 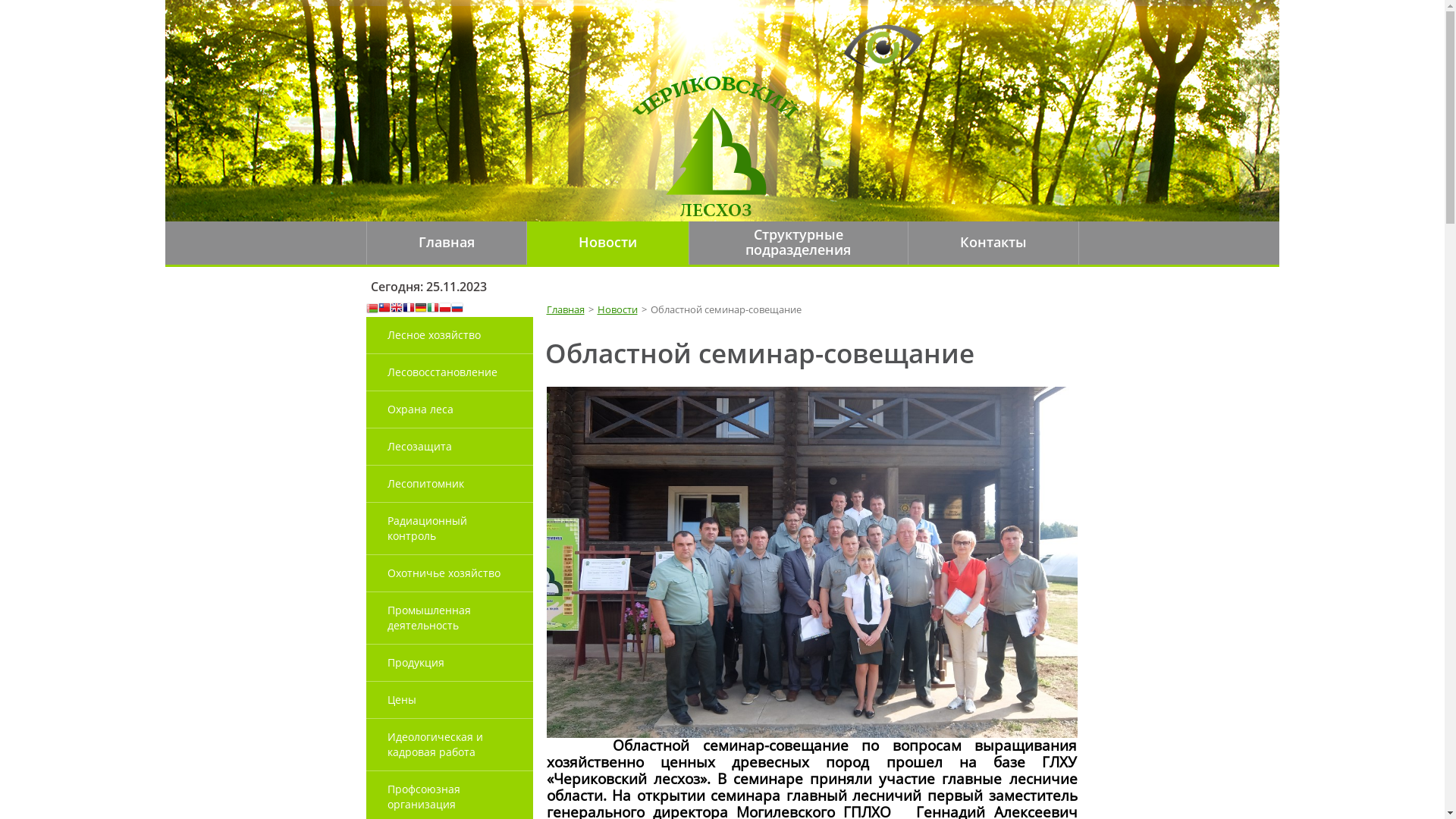 I want to click on 'German', so click(x=419, y=308).